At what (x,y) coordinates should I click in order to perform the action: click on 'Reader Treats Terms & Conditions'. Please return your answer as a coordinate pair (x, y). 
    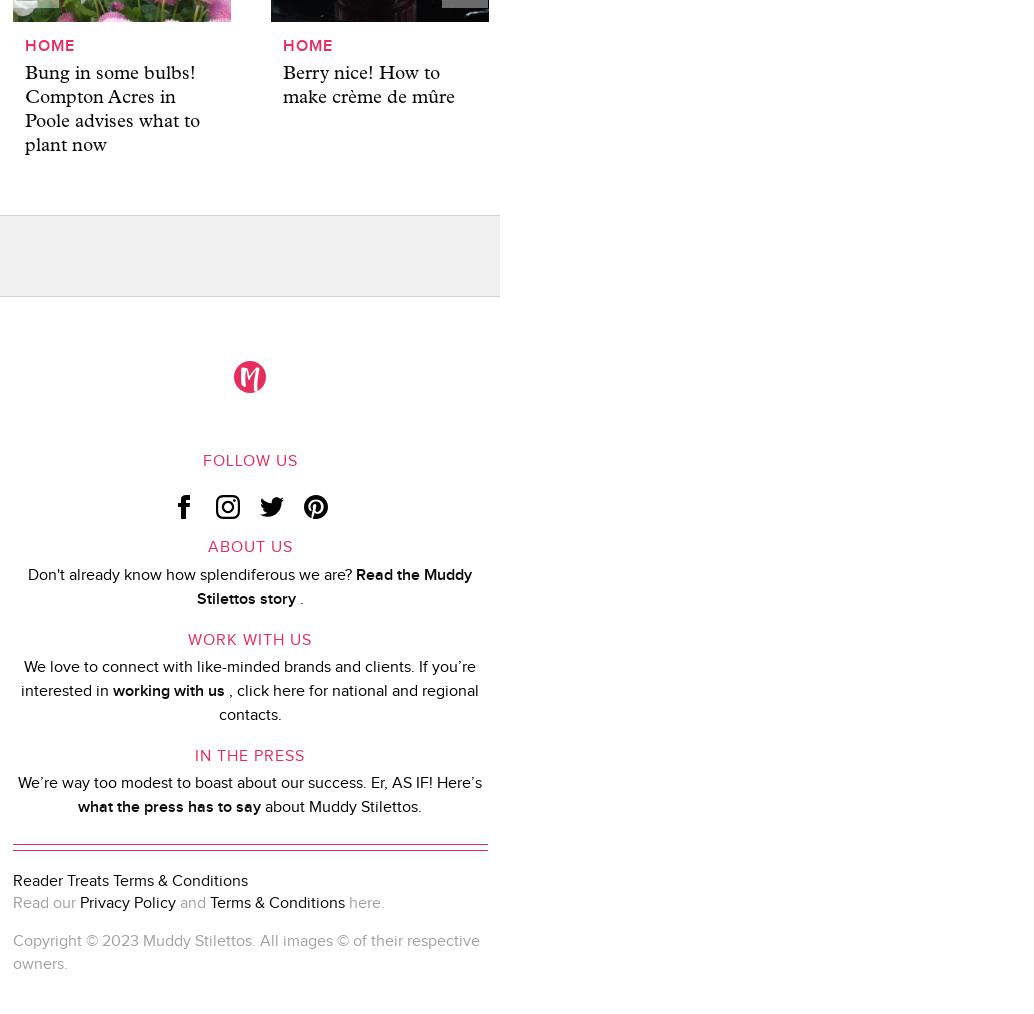
    Looking at the image, I should click on (11, 879).